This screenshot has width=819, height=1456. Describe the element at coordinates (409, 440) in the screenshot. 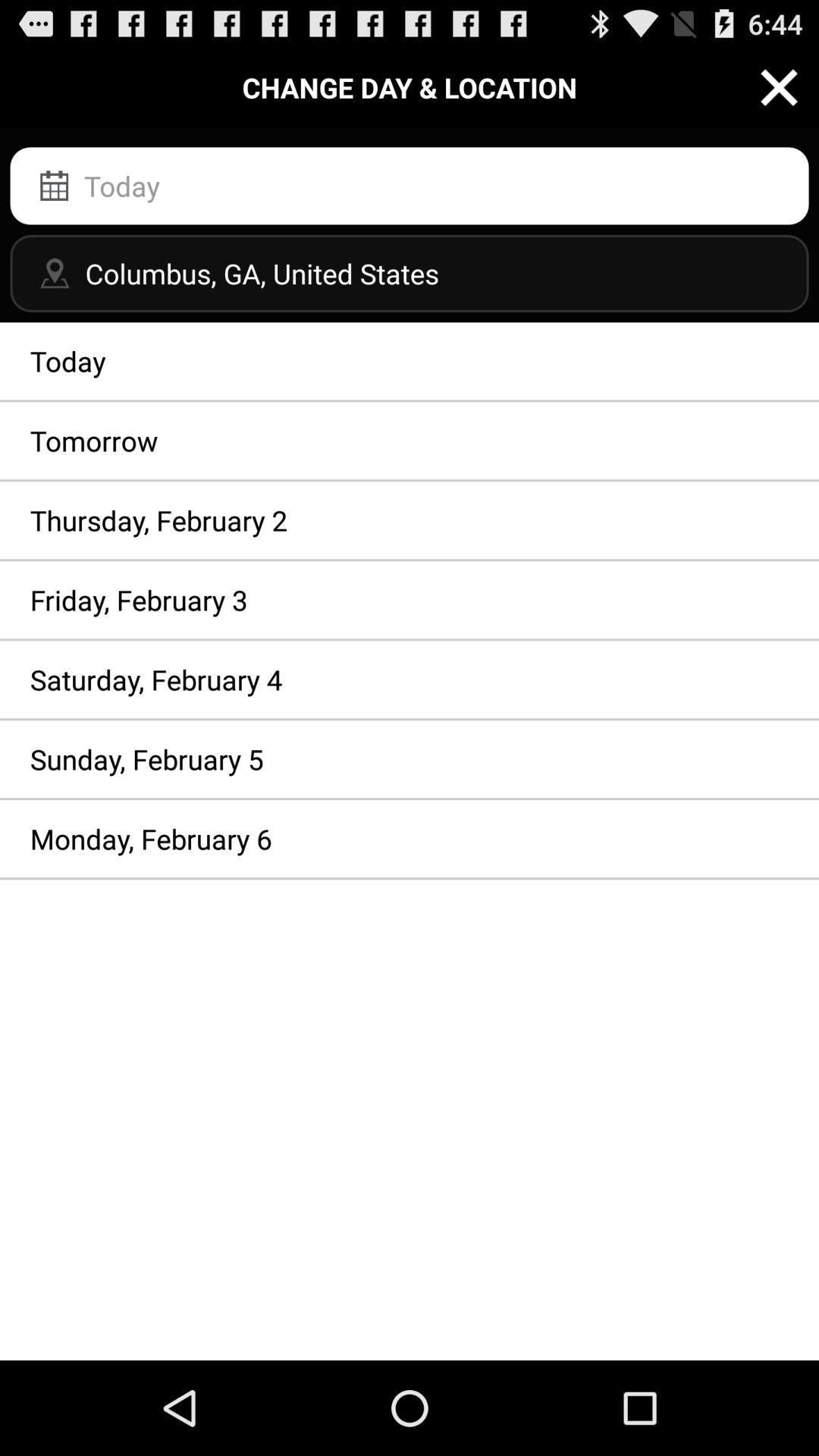

I see `the tomorrow icon` at that location.